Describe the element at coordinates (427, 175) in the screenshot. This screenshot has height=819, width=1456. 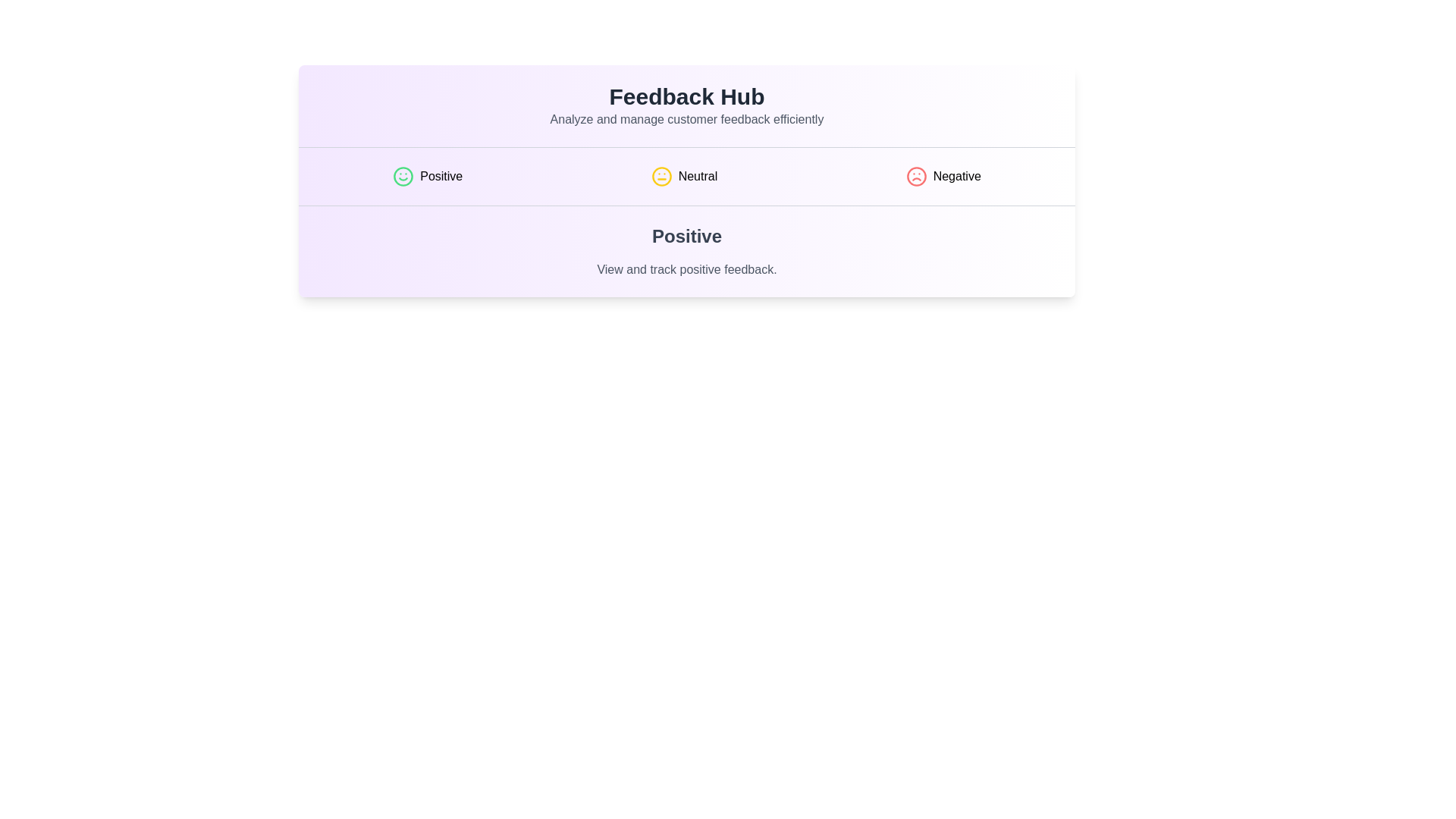
I see `the Positive tab by clicking on its button` at that location.